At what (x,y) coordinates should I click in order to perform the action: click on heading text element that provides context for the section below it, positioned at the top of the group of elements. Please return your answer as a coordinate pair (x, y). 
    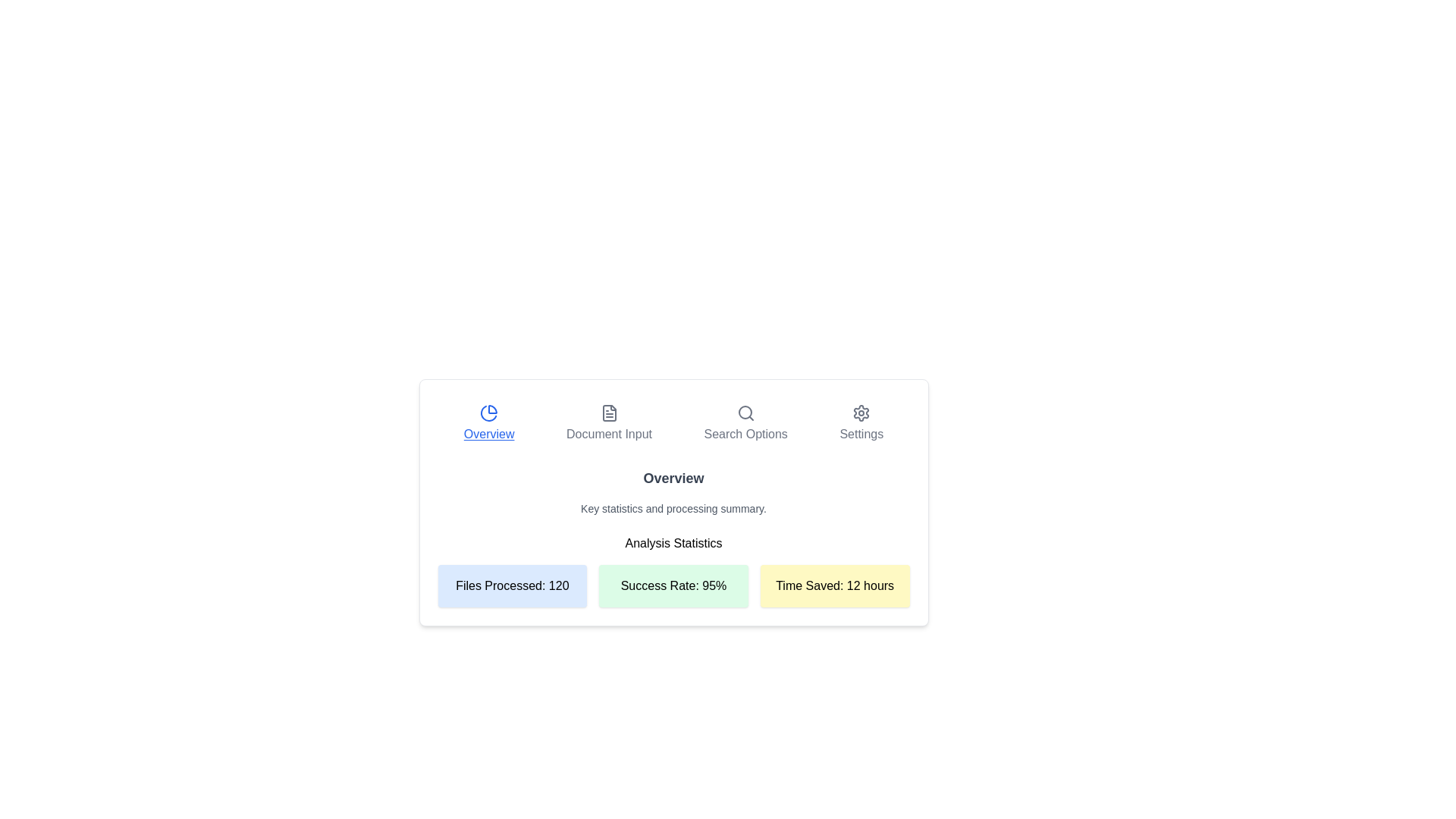
    Looking at the image, I should click on (673, 479).